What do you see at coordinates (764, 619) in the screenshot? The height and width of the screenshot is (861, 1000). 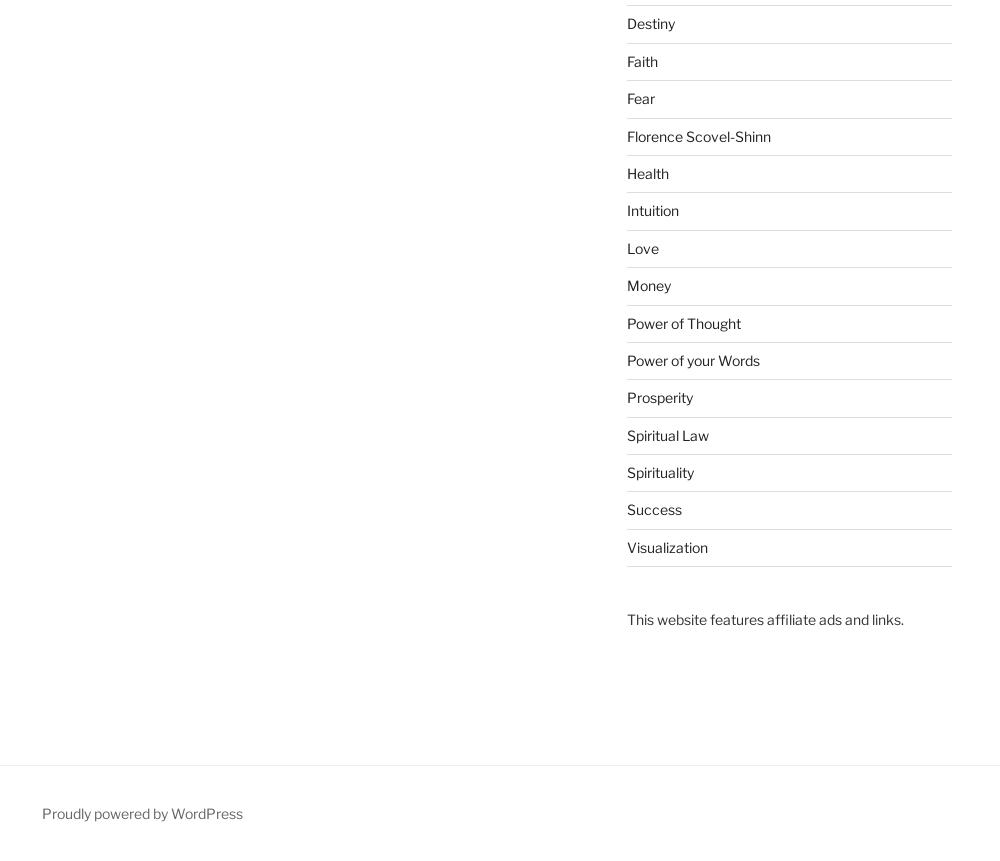 I see `'This website features affiliate ads and links.'` at bounding box center [764, 619].